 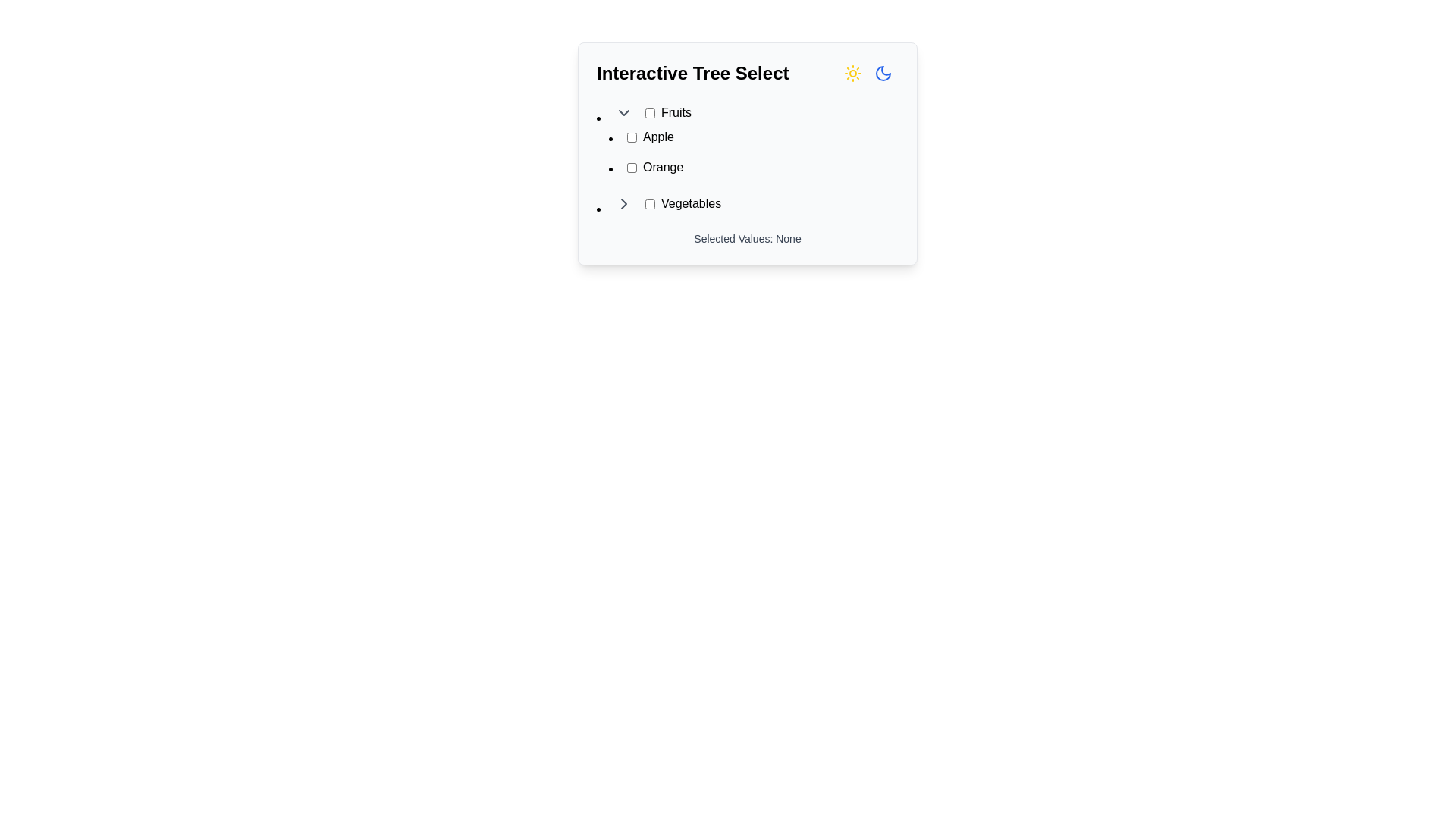 What do you see at coordinates (632, 137) in the screenshot?
I see `the unselected checkbox located to the left of the text label 'Apple' under the heading 'Interactive Tree Select'` at bounding box center [632, 137].